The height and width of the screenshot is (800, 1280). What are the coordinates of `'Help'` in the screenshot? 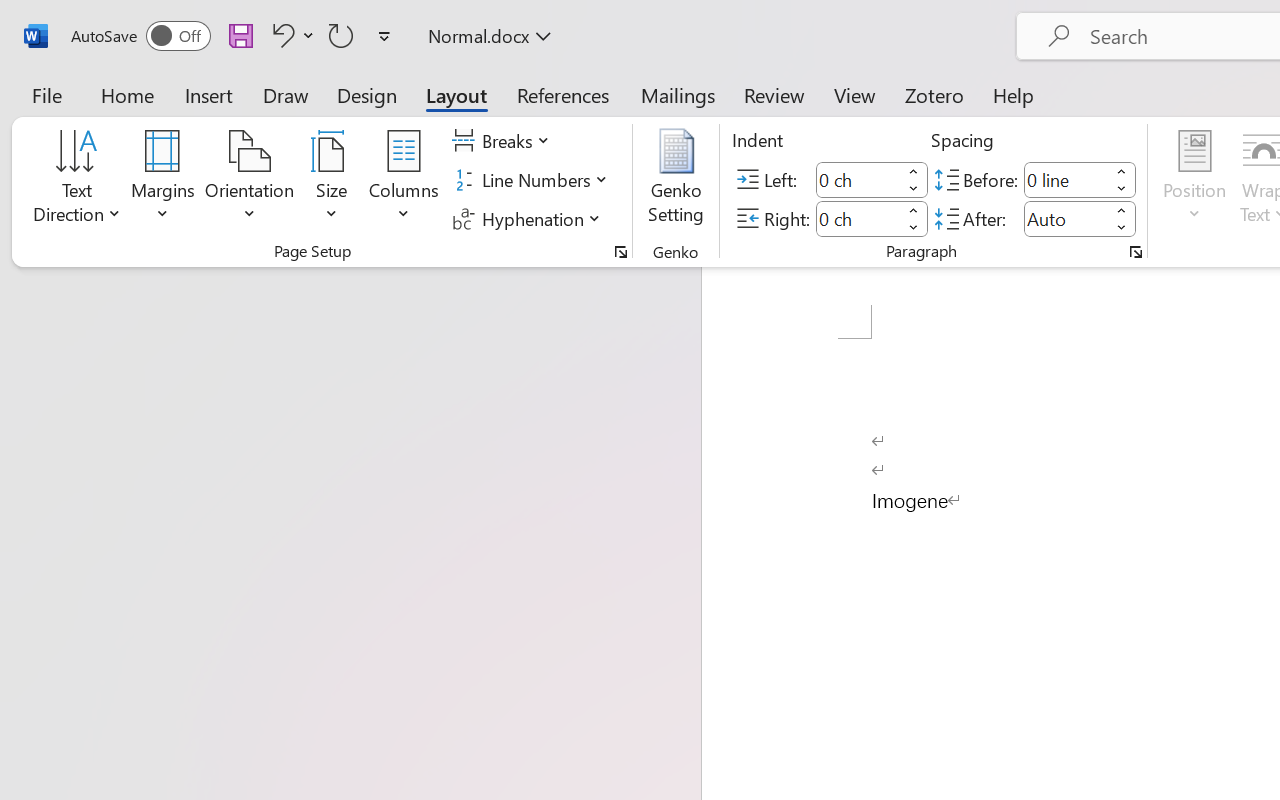 It's located at (1013, 94).